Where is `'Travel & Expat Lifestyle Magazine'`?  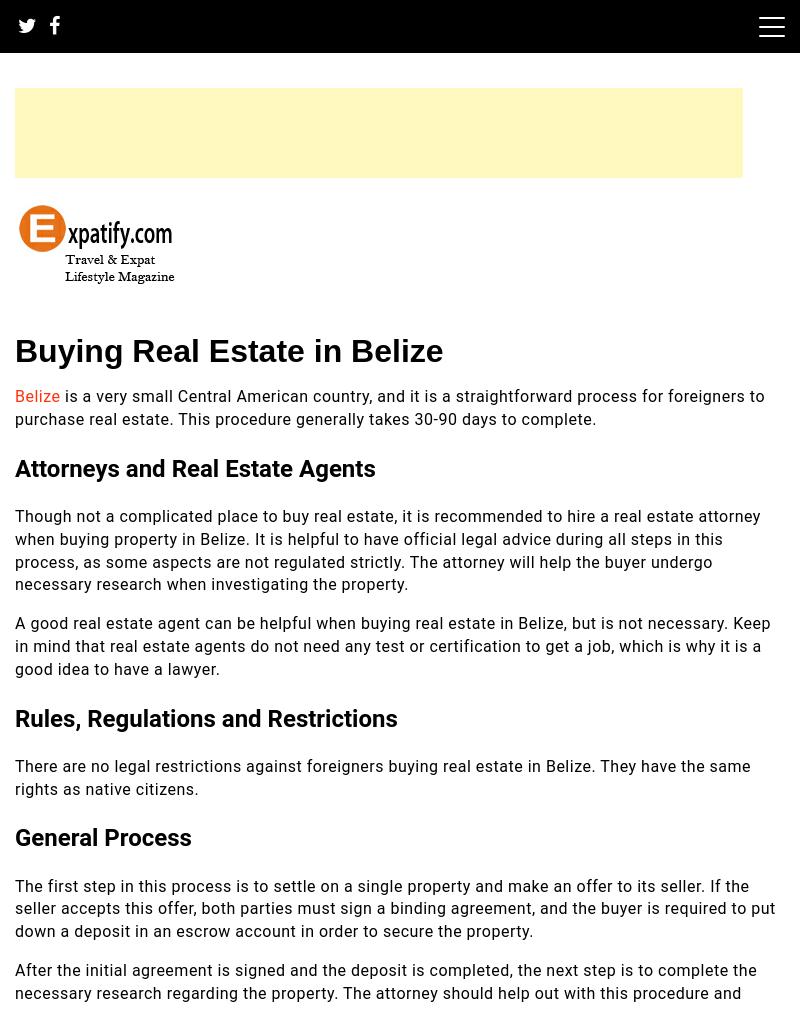 'Travel & Expat Lifestyle Magazine' is located at coordinates (14, 305).